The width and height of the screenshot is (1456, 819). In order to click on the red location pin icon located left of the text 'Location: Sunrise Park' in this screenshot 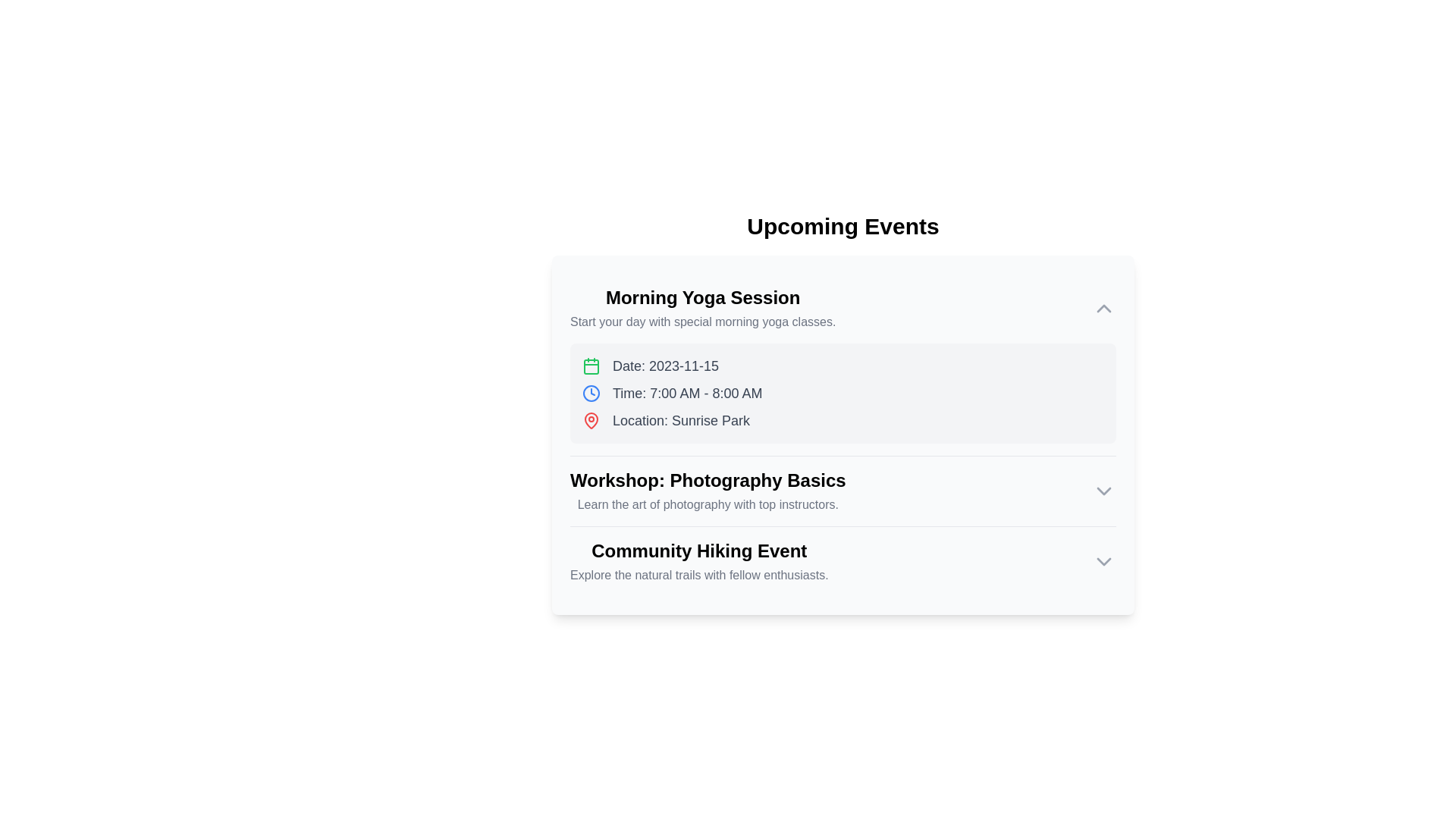, I will do `click(590, 421)`.